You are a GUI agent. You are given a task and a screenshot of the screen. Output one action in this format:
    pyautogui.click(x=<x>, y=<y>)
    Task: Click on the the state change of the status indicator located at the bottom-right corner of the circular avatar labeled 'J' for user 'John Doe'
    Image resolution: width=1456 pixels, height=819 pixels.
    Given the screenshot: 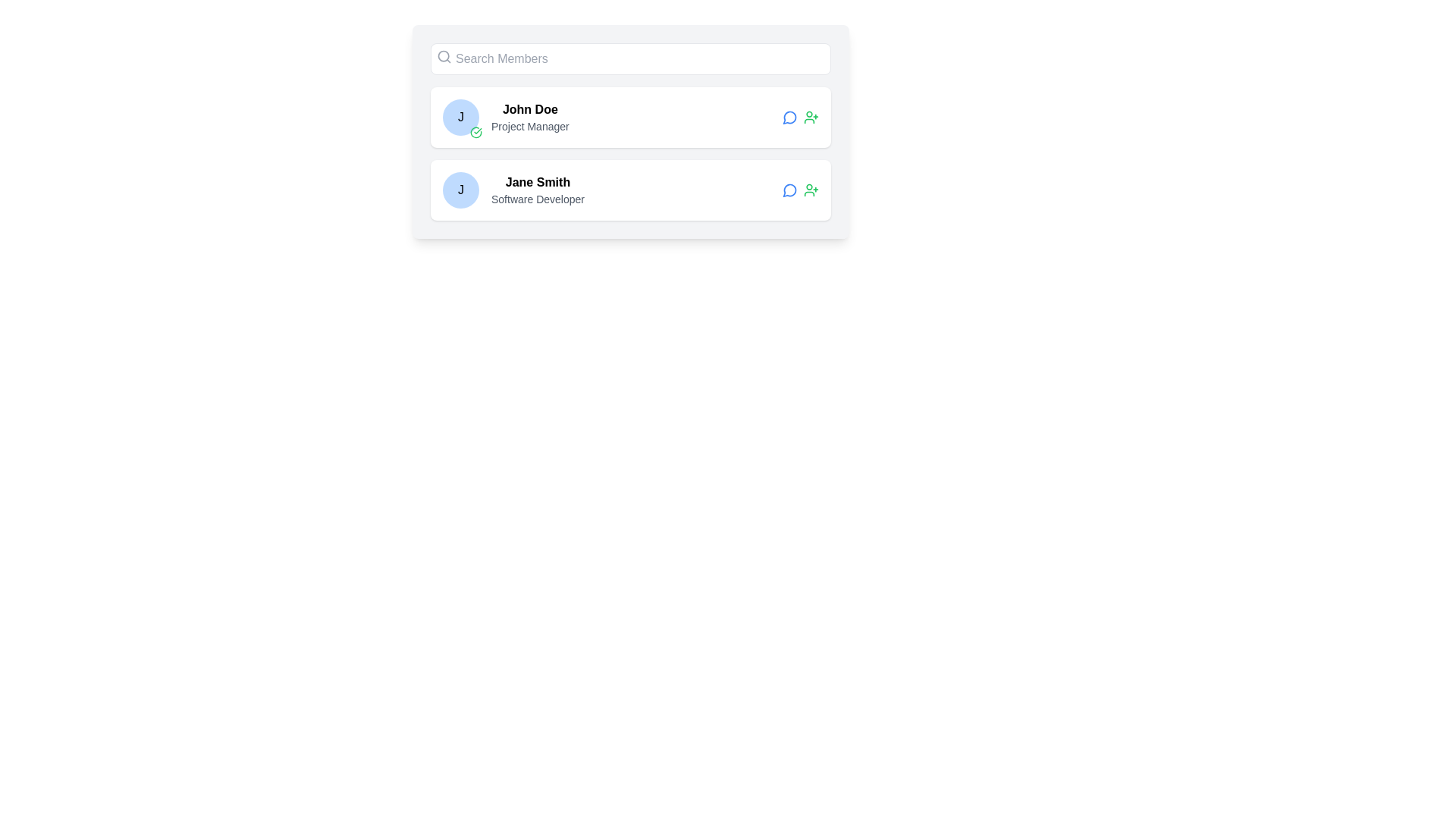 What is the action you would take?
    pyautogui.click(x=475, y=131)
    